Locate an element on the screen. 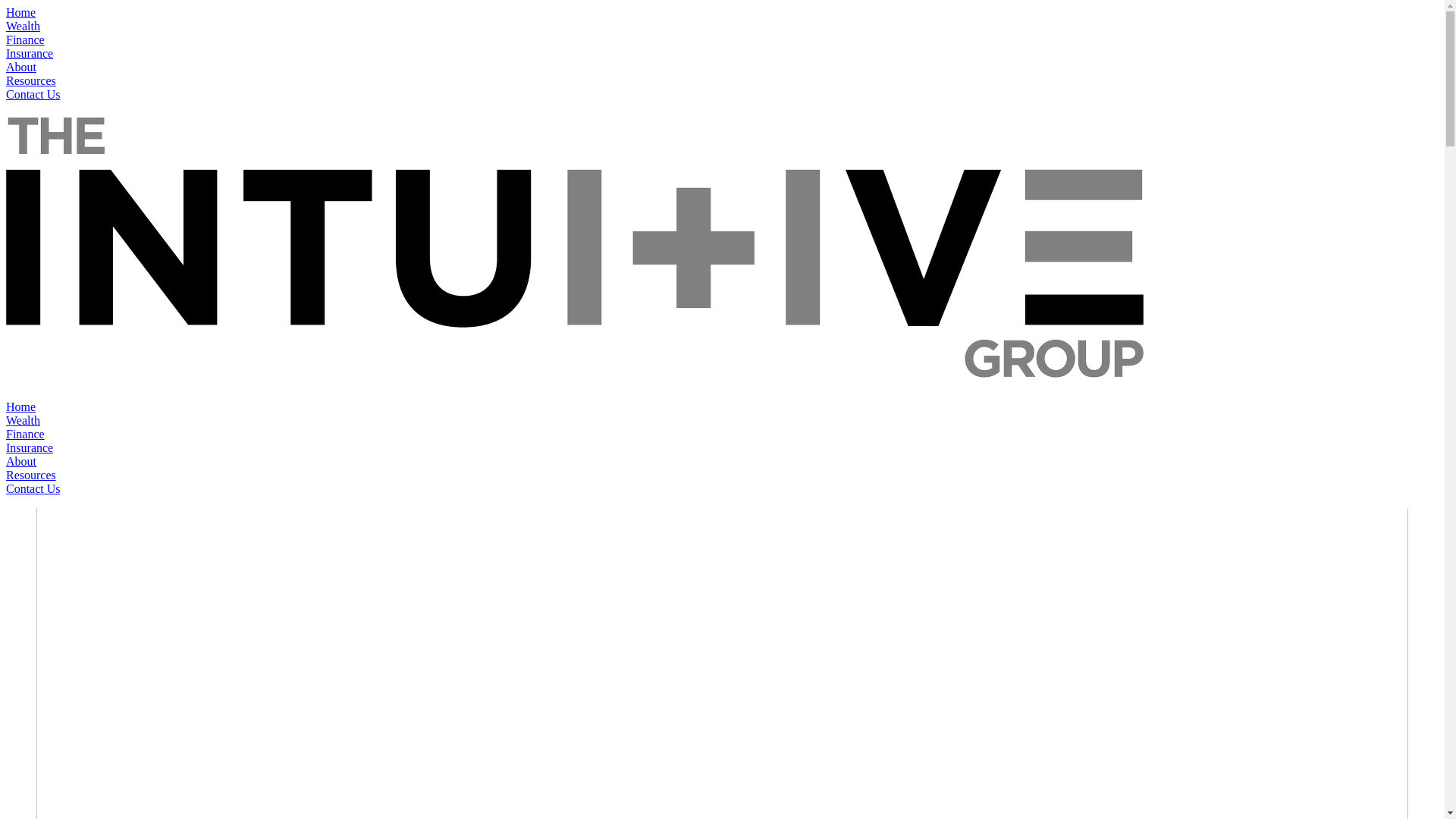 This screenshot has height=819, width=1456. 'Contact Us' is located at coordinates (6, 94).